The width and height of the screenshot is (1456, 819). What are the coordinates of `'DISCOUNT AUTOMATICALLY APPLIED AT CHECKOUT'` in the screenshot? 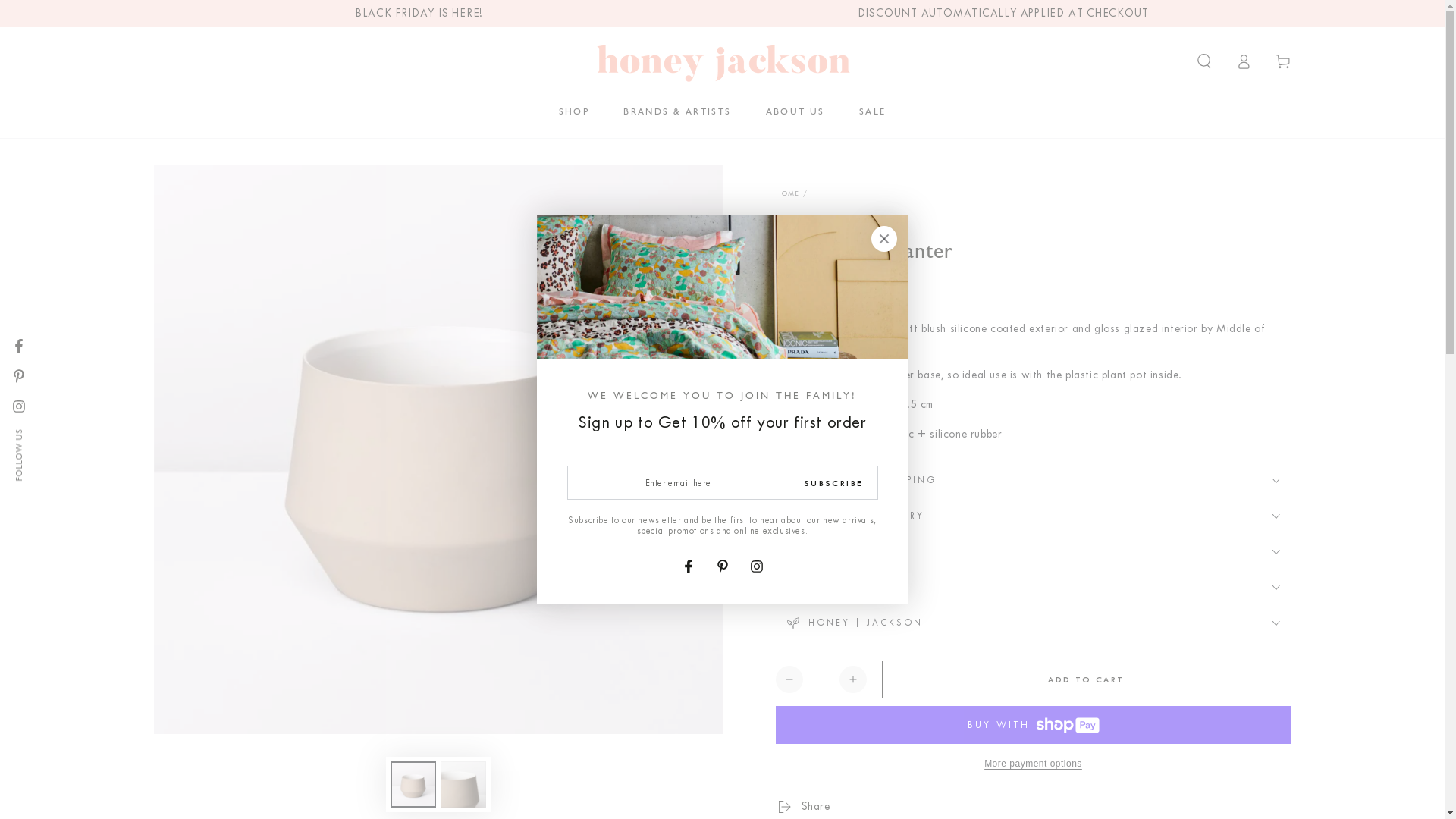 It's located at (1003, 14).